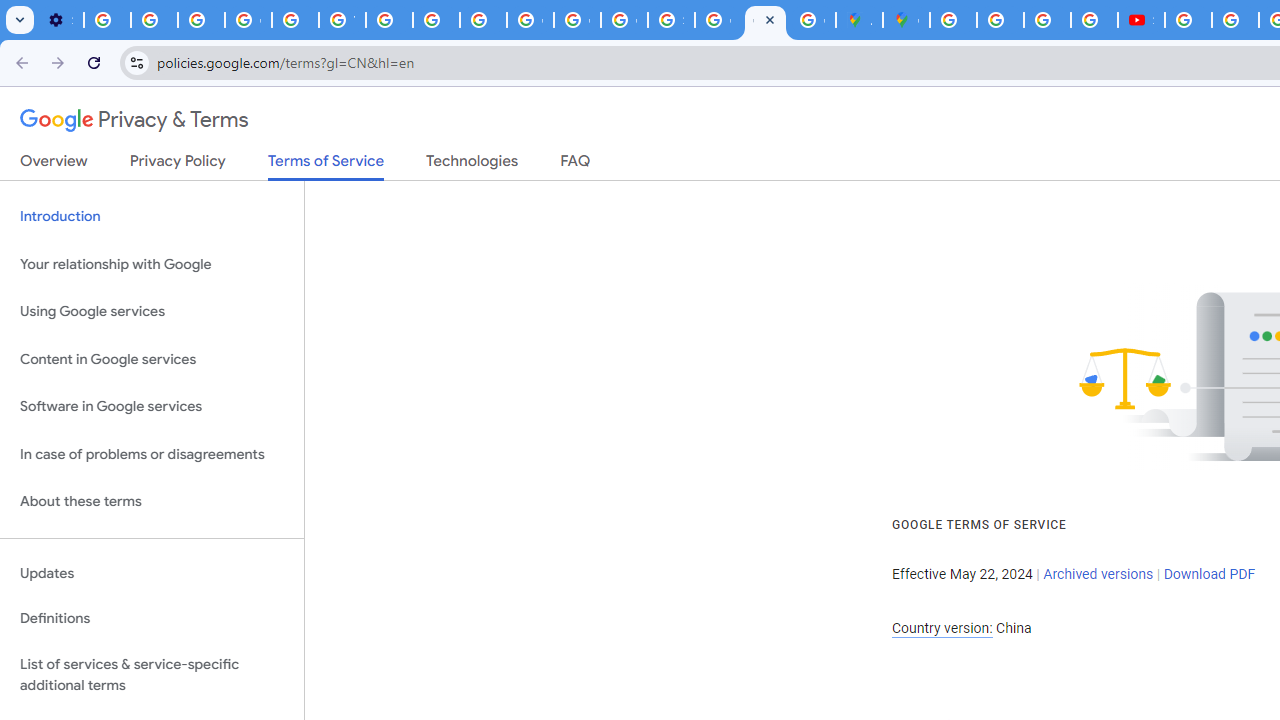  What do you see at coordinates (1188, 20) in the screenshot?
I see `'How Chrome protects your passwords - Google Chrome Help'` at bounding box center [1188, 20].